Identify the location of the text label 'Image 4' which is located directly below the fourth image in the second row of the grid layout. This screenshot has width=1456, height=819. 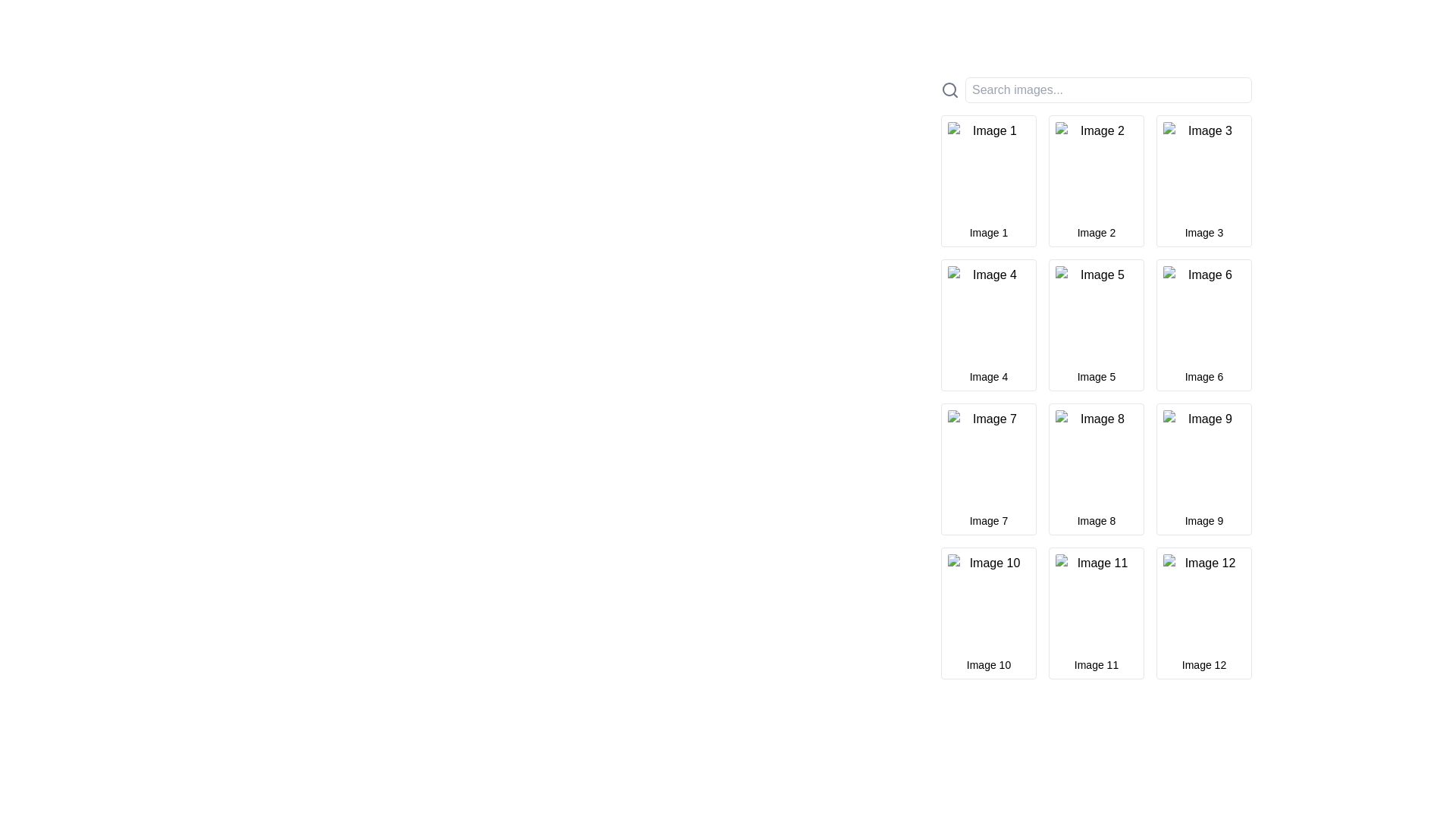
(989, 376).